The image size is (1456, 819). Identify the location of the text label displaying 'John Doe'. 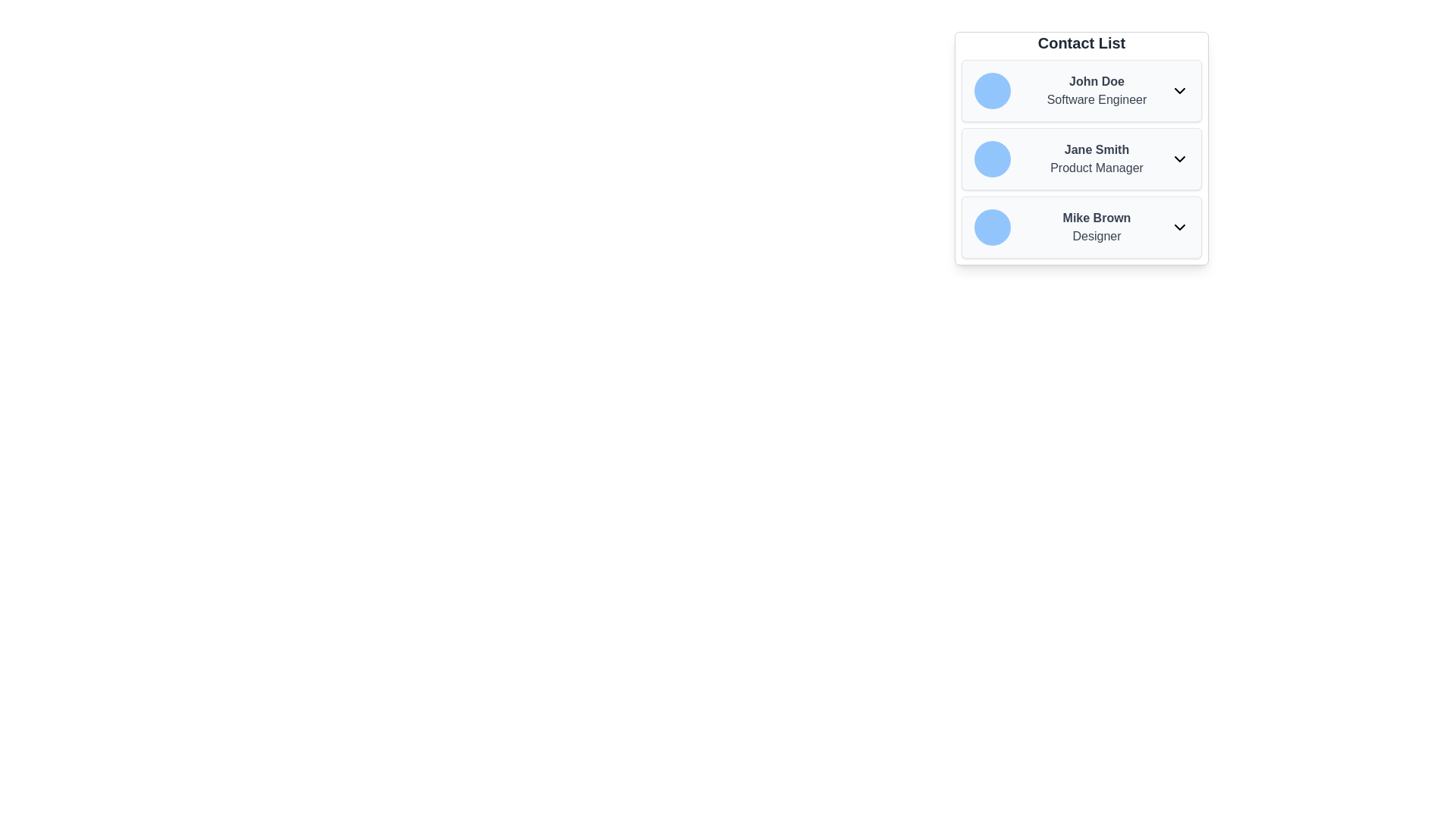
(1097, 82).